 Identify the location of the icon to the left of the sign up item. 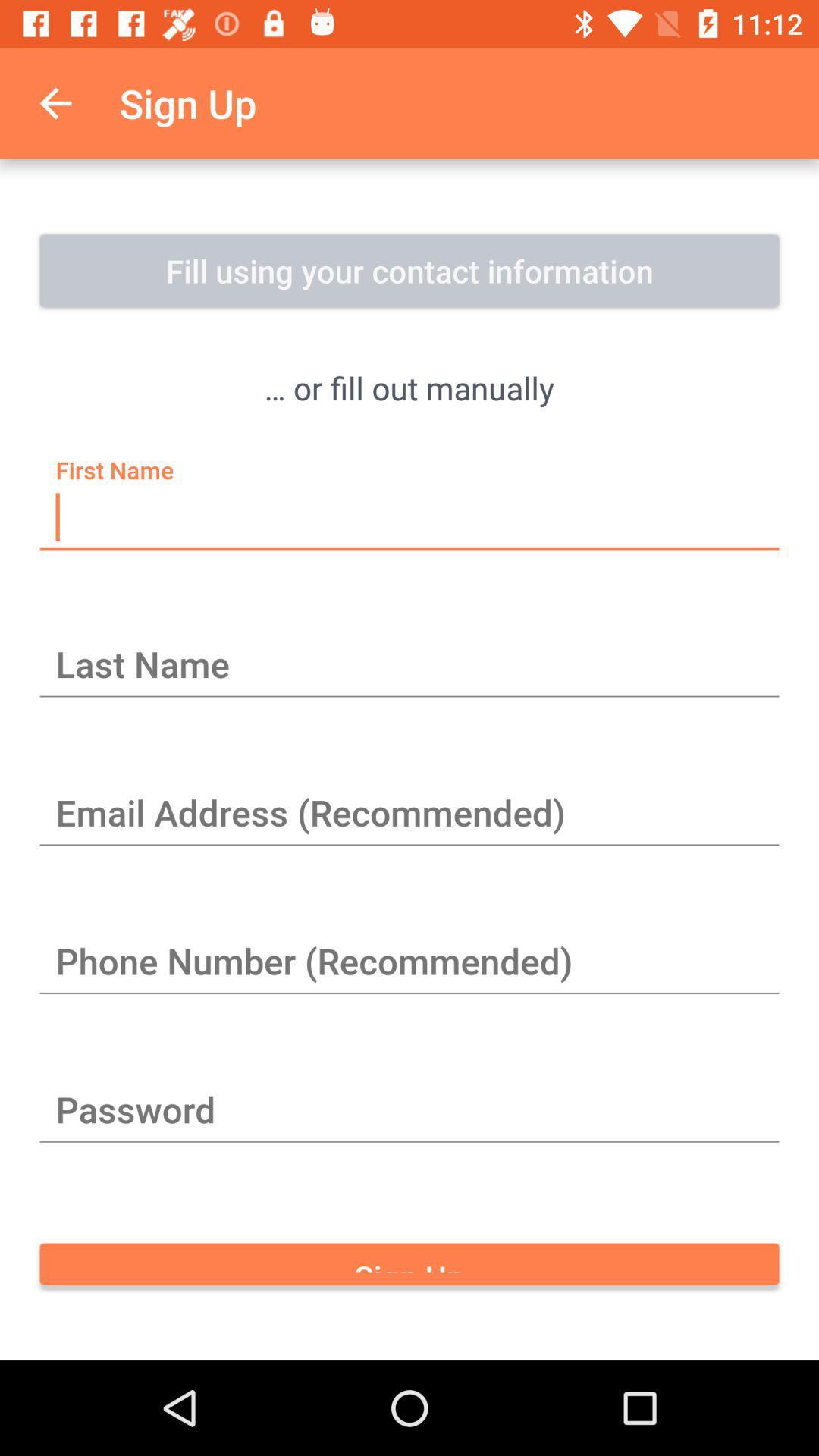
(55, 102).